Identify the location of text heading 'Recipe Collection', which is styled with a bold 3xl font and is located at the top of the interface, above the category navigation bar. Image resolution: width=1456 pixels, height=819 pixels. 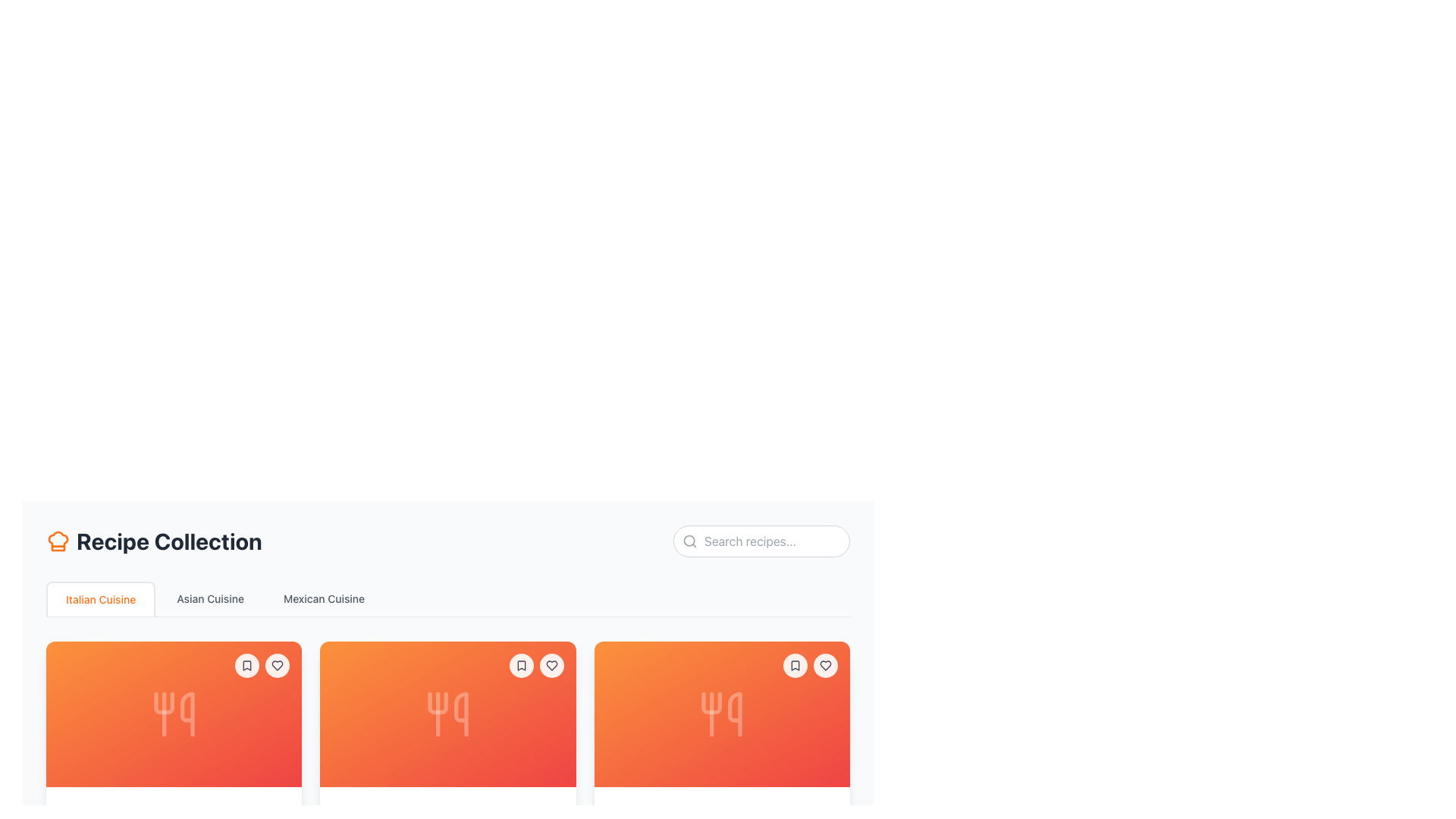
(154, 540).